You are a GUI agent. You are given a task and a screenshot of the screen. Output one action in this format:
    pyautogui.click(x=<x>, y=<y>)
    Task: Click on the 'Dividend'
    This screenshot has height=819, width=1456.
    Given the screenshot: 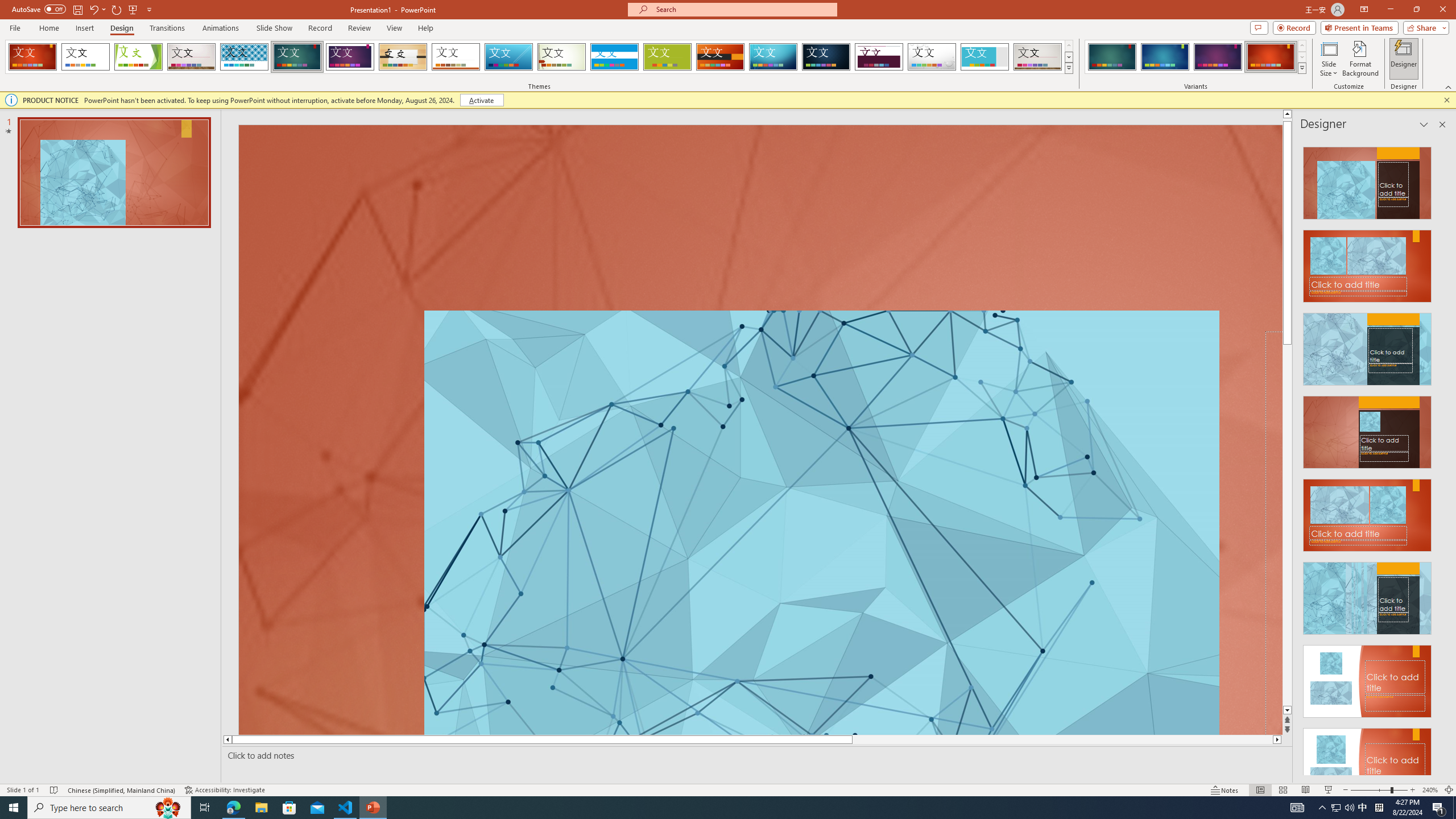 What is the action you would take?
    pyautogui.click(x=879, y=56)
    